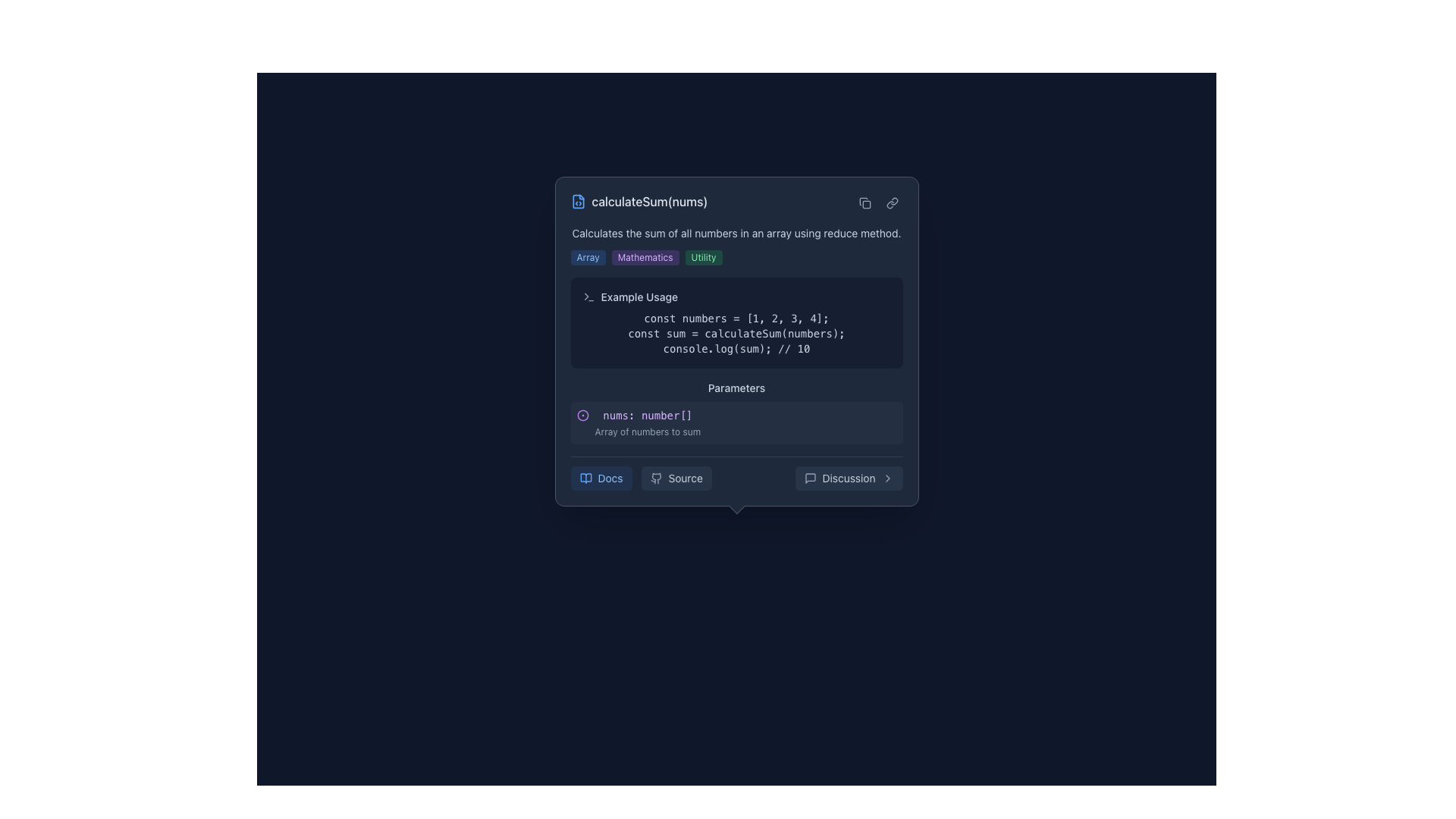 This screenshot has height=819, width=1456. I want to click on the navigation icon located at the far right side of the 'Discussion' button, so click(887, 479).